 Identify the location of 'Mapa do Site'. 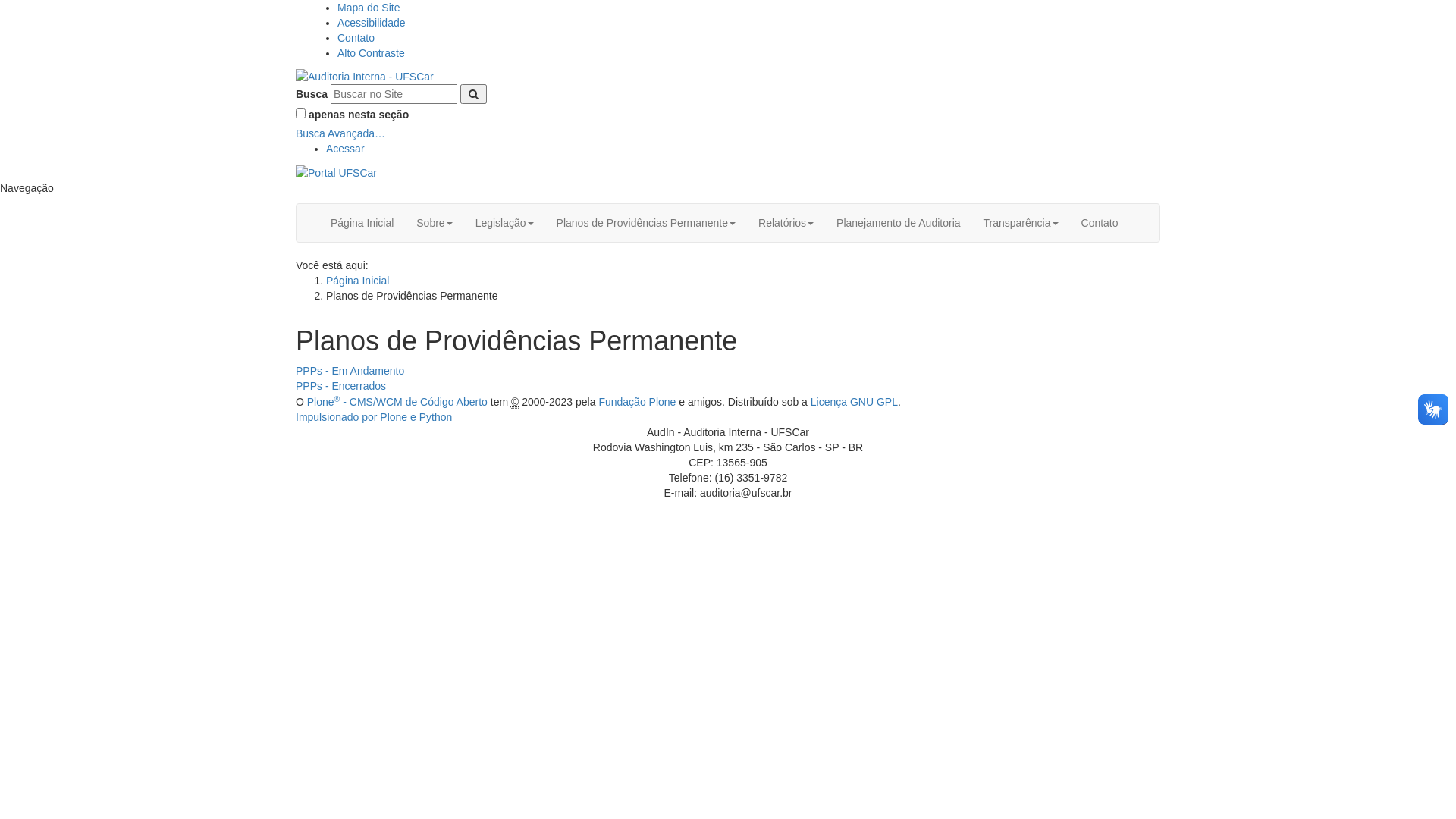
(369, 8).